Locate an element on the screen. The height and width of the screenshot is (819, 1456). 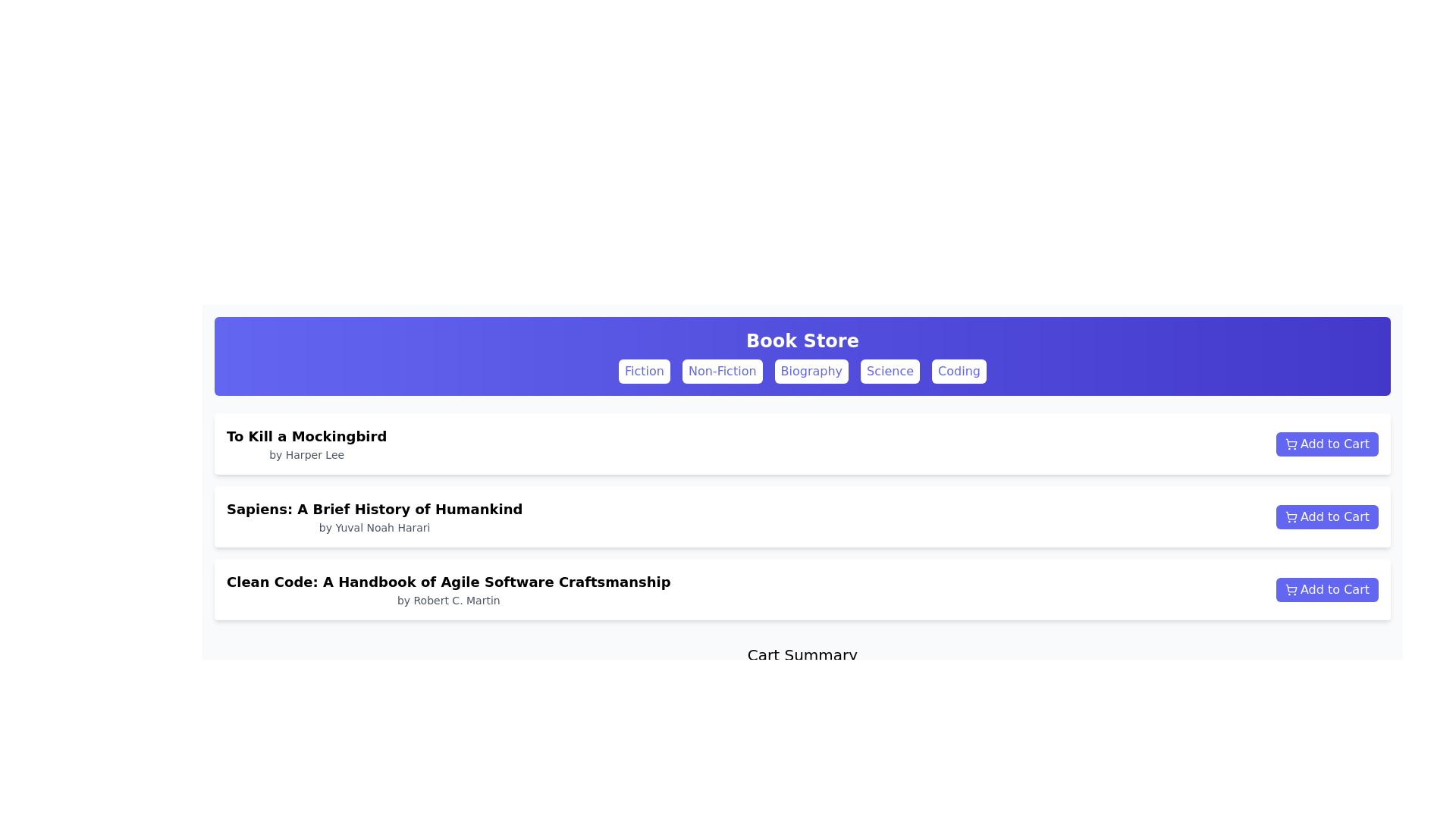
the shopping cart icon located inside the 'Add to Cart' button with a dark blue background is located at coordinates (1291, 516).